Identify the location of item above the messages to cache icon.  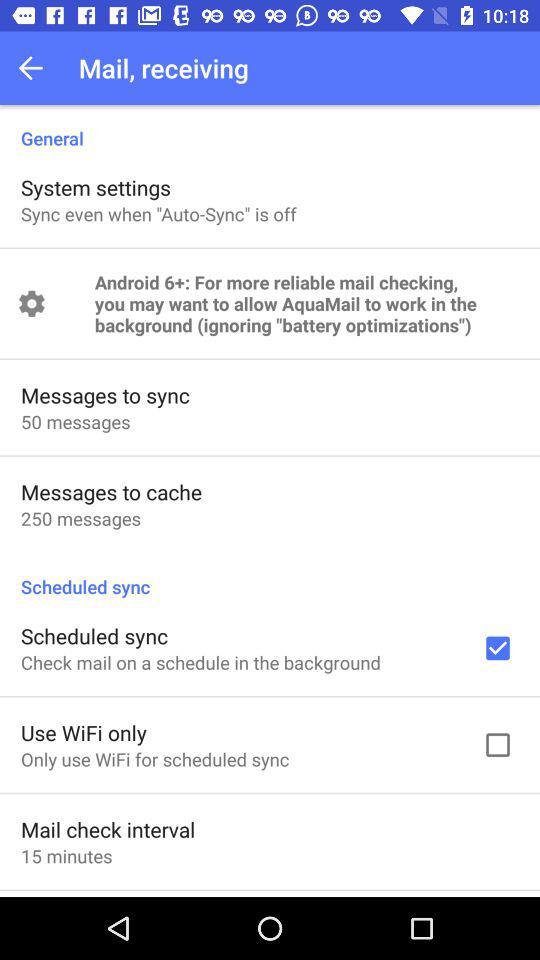
(74, 421).